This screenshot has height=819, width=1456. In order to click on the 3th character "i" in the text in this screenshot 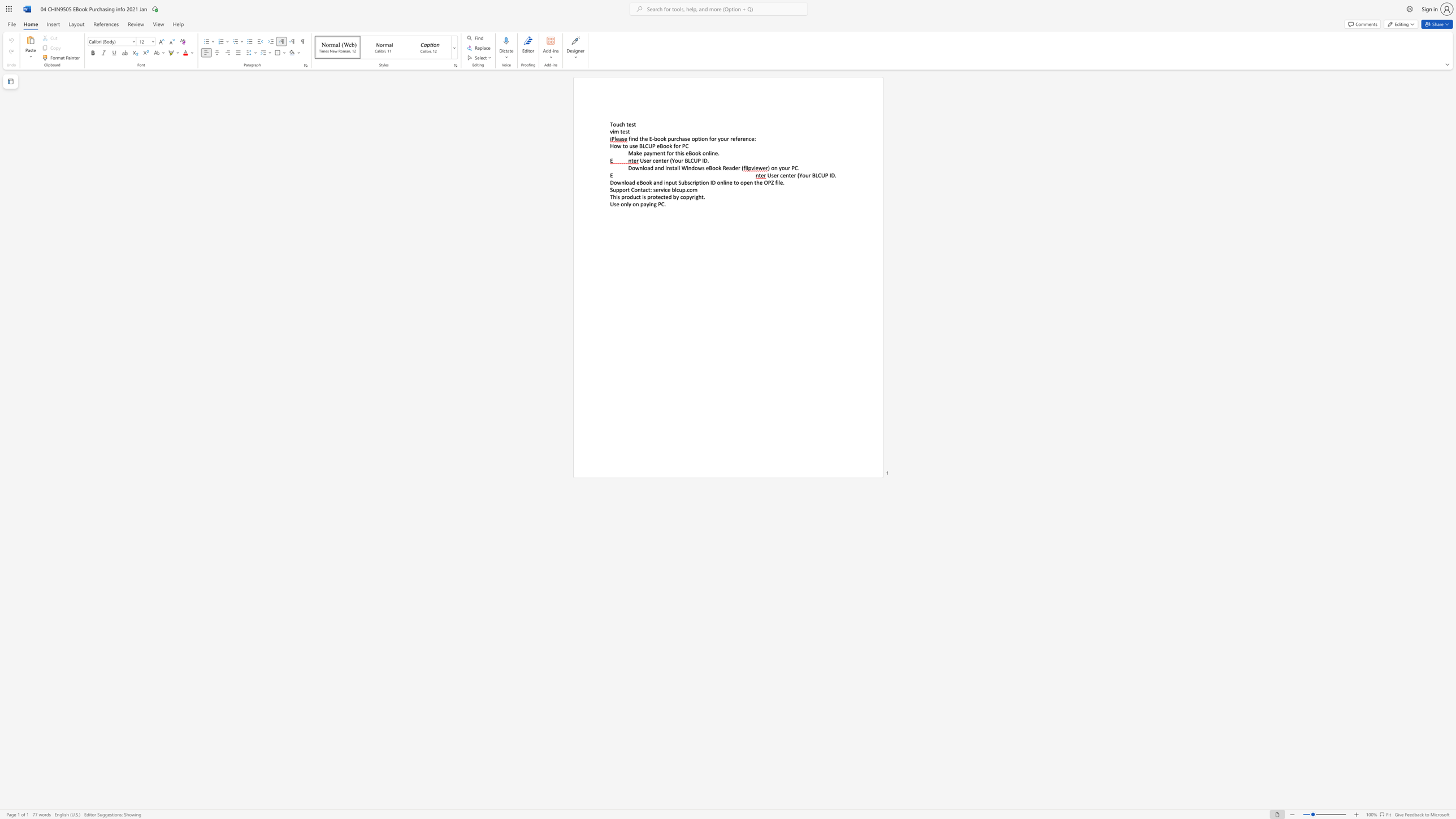, I will do `click(701, 181)`.